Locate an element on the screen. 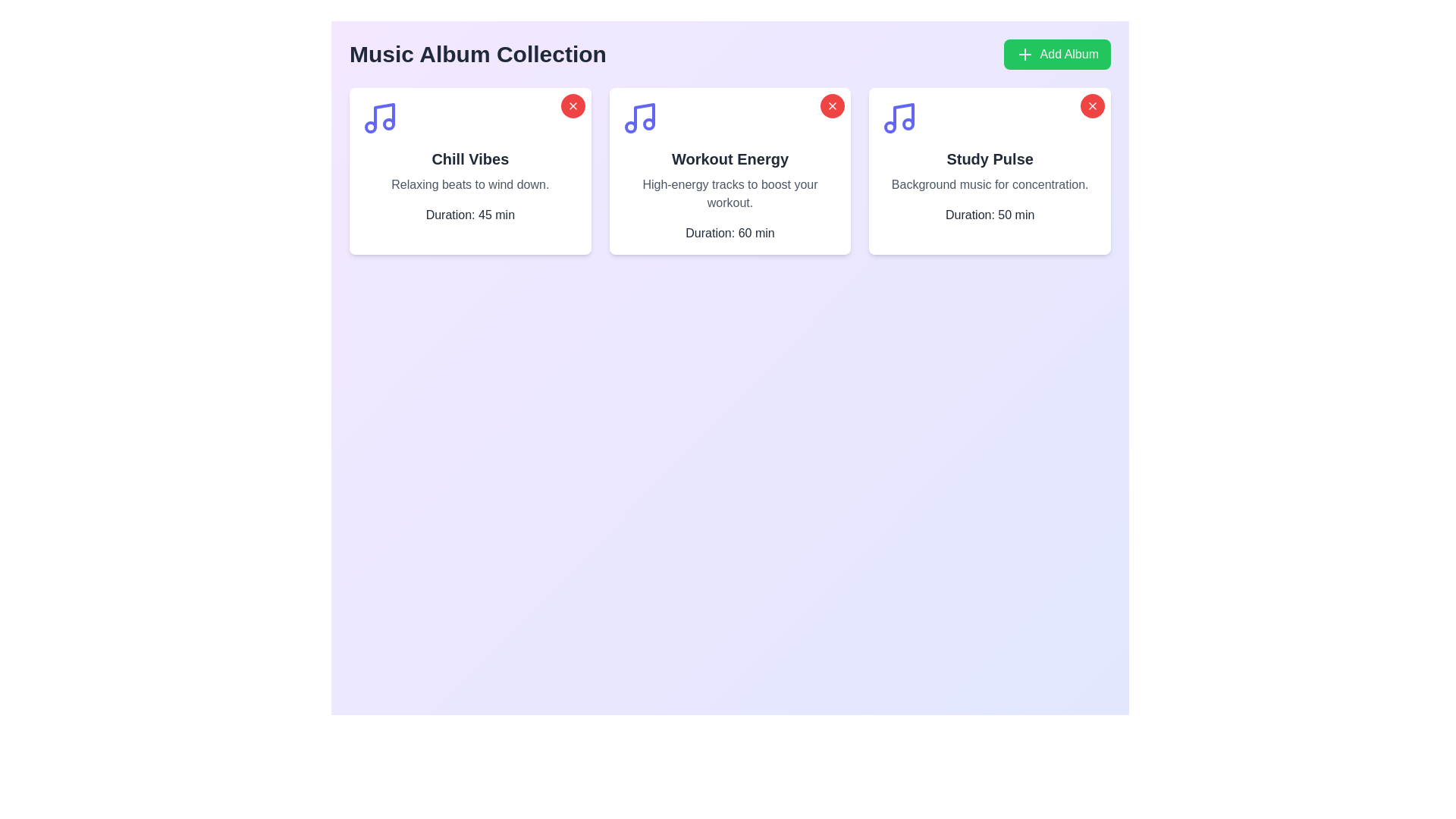 Image resolution: width=1456 pixels, height=819 pixels. the music icon located at the top-left corner of the 'Workout Energy' card, prominently displayed above the title 'Workout Energy' is located at coordinates (639, 117).